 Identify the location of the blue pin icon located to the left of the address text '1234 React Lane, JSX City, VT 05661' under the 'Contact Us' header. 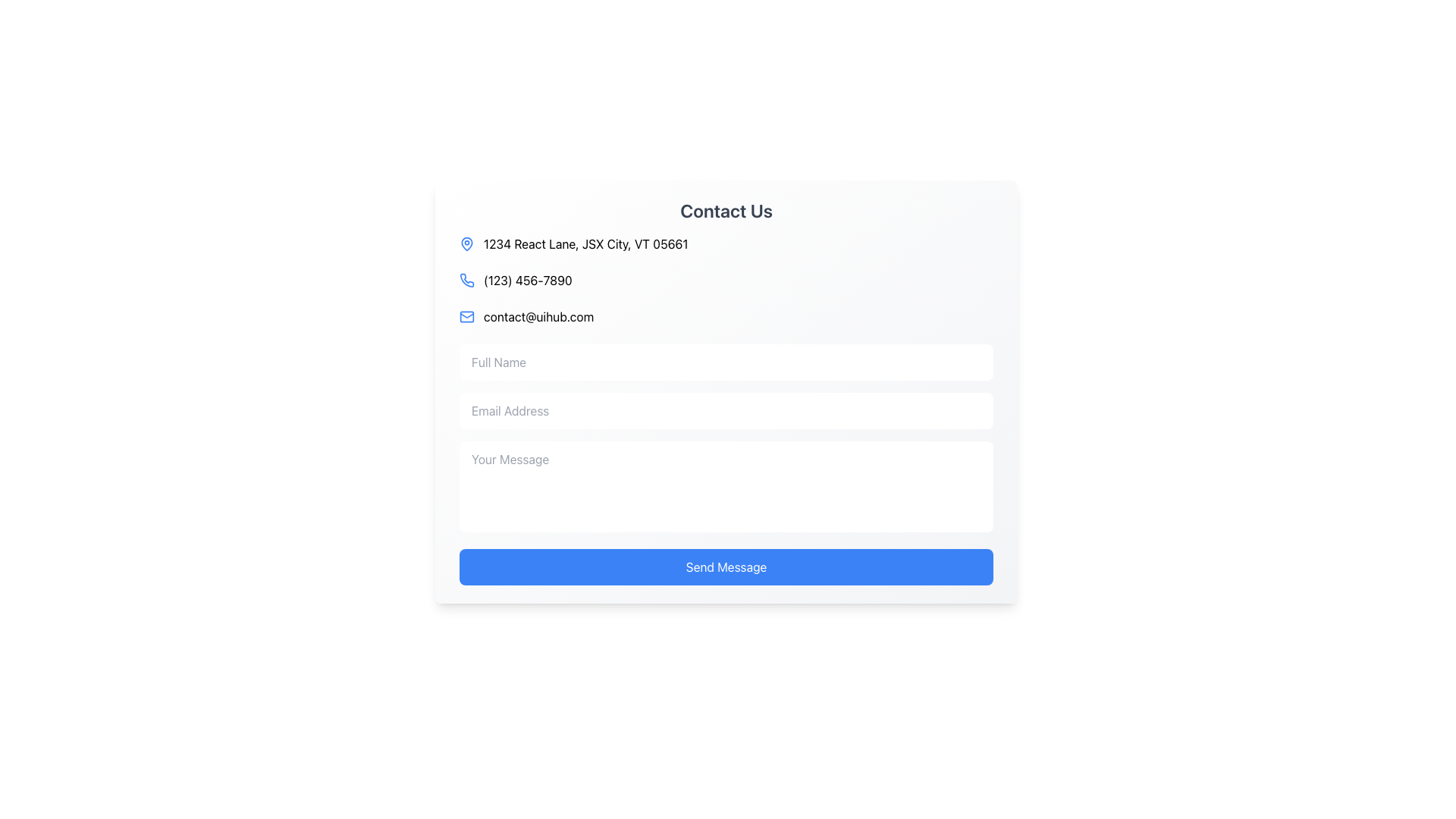
(466, 243).